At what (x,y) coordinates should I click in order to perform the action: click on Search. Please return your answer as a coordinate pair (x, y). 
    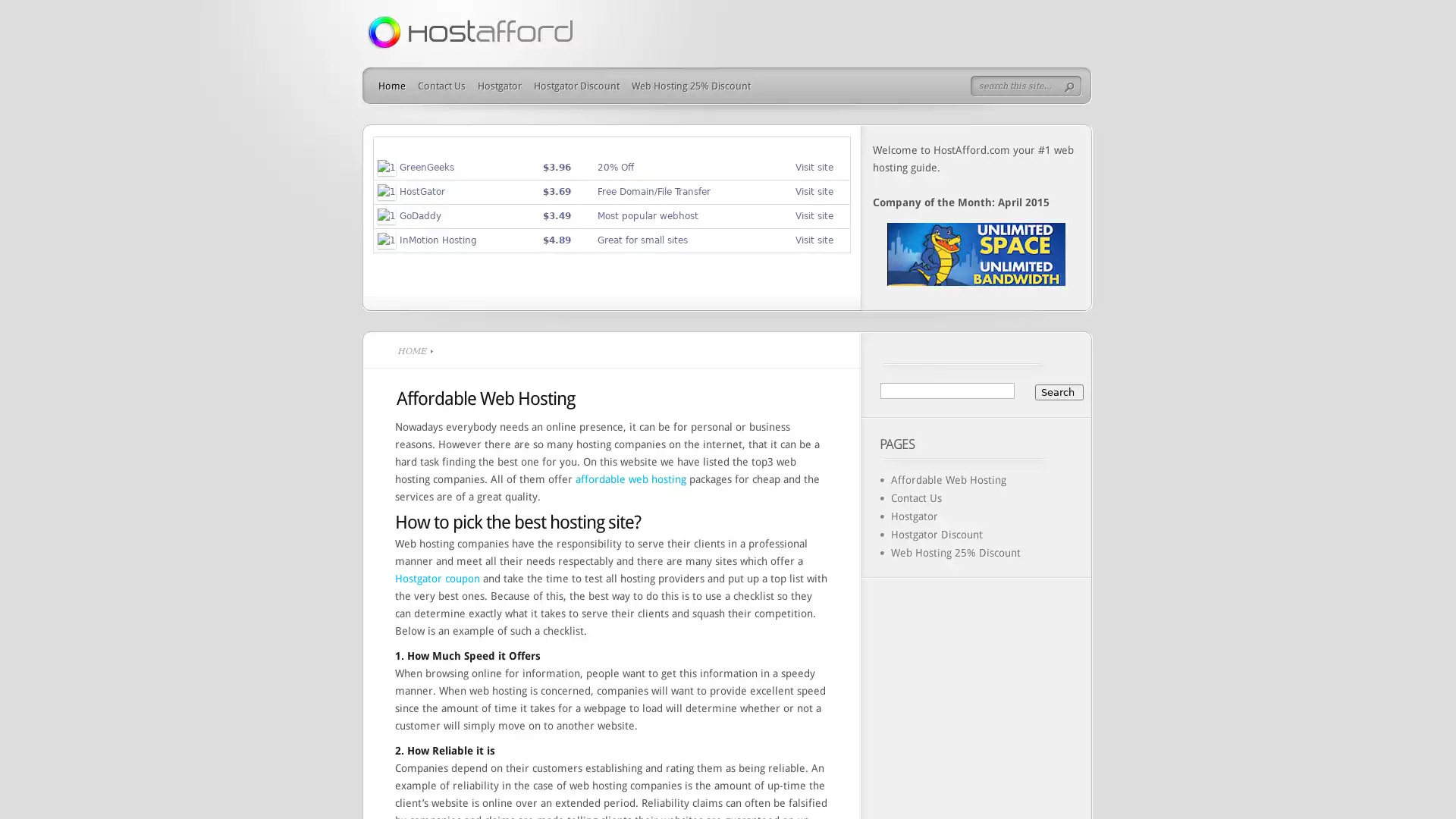
    Looking at the image, I should click on (1058, 391).